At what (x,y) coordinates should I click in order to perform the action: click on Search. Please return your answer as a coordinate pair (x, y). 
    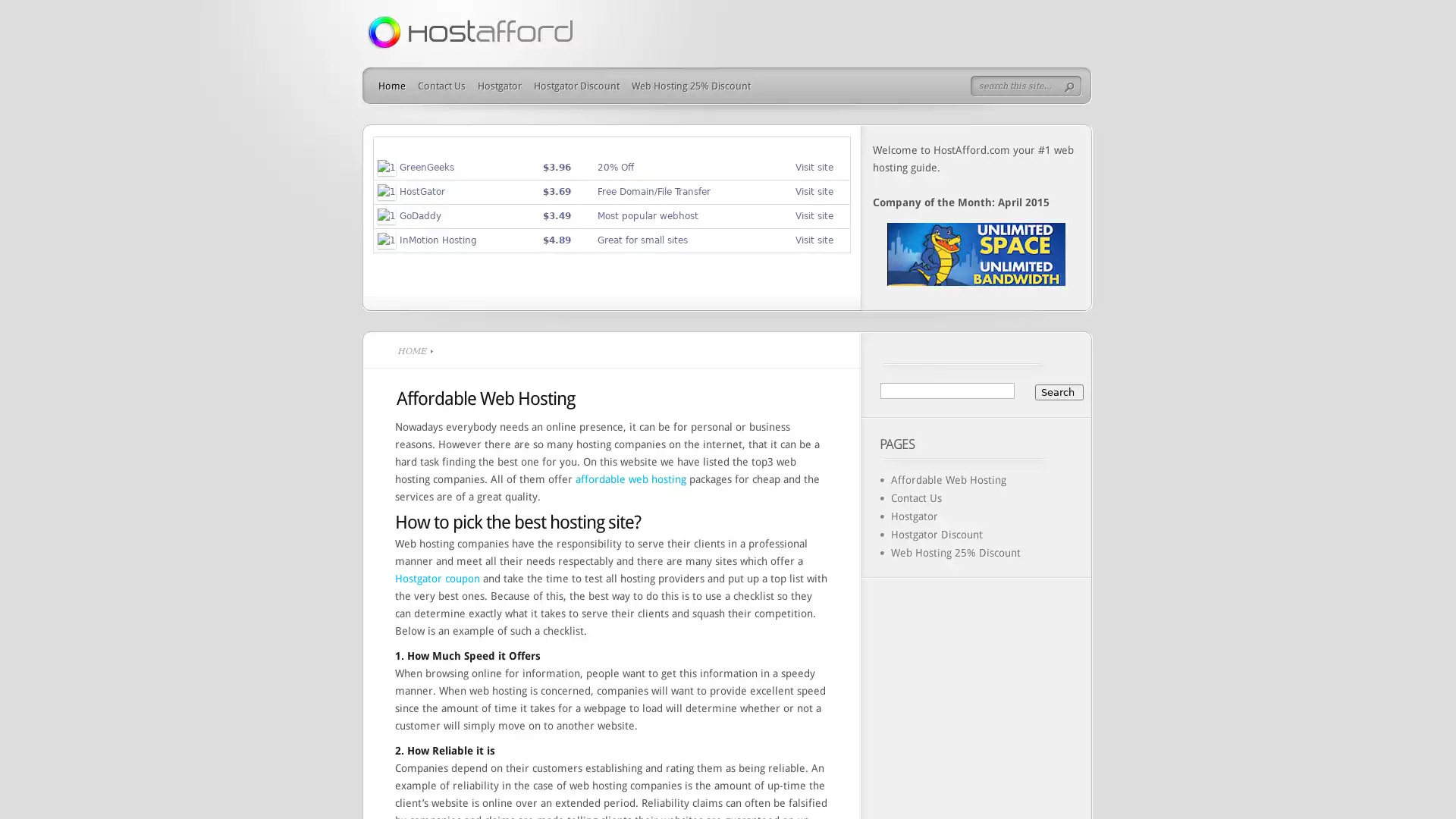
    Looking at the image, I should click on (1058, 391).